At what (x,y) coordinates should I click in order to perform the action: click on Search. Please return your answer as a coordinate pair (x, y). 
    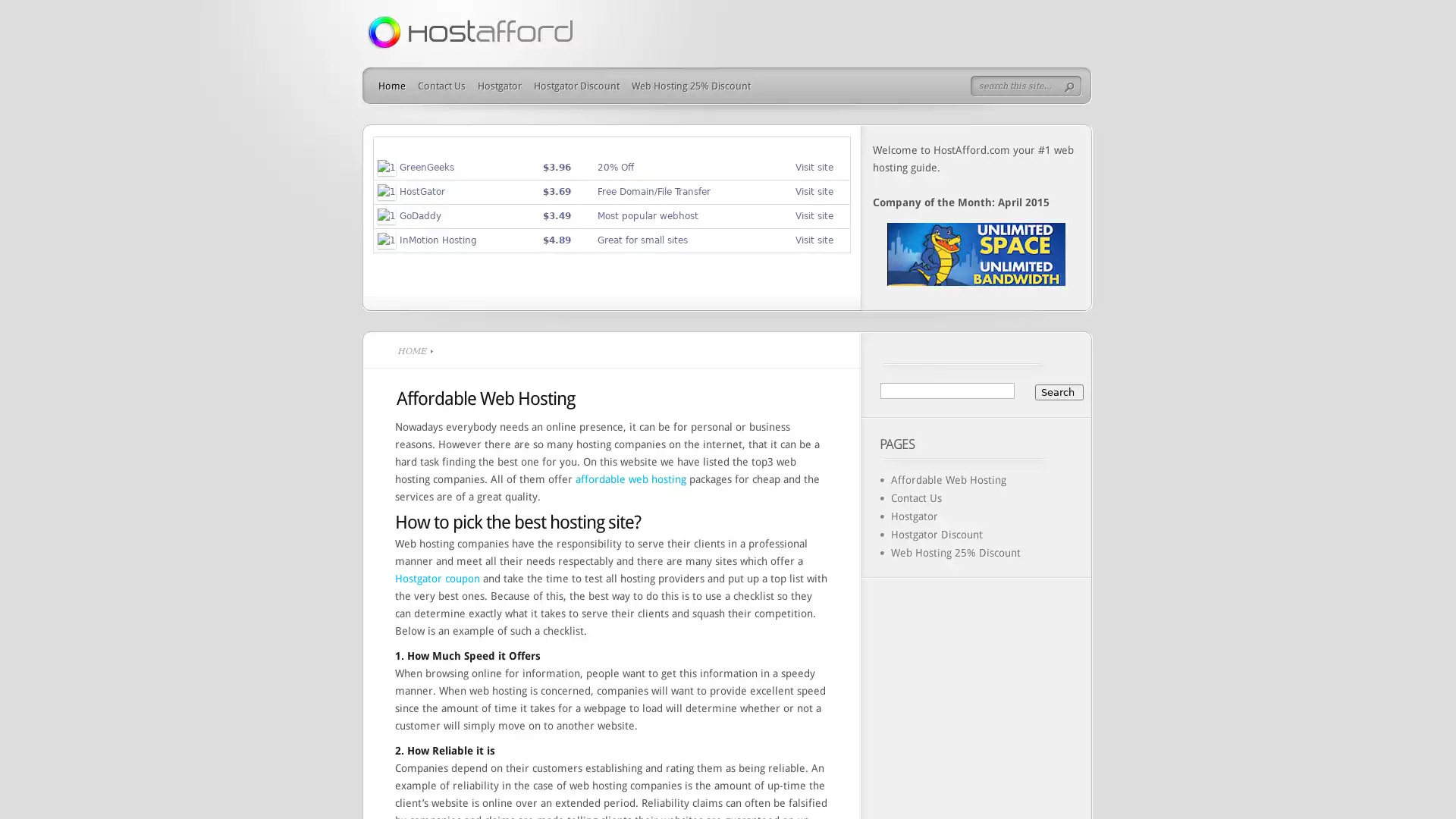
    Looking at the image, I should click on (1058, 391).